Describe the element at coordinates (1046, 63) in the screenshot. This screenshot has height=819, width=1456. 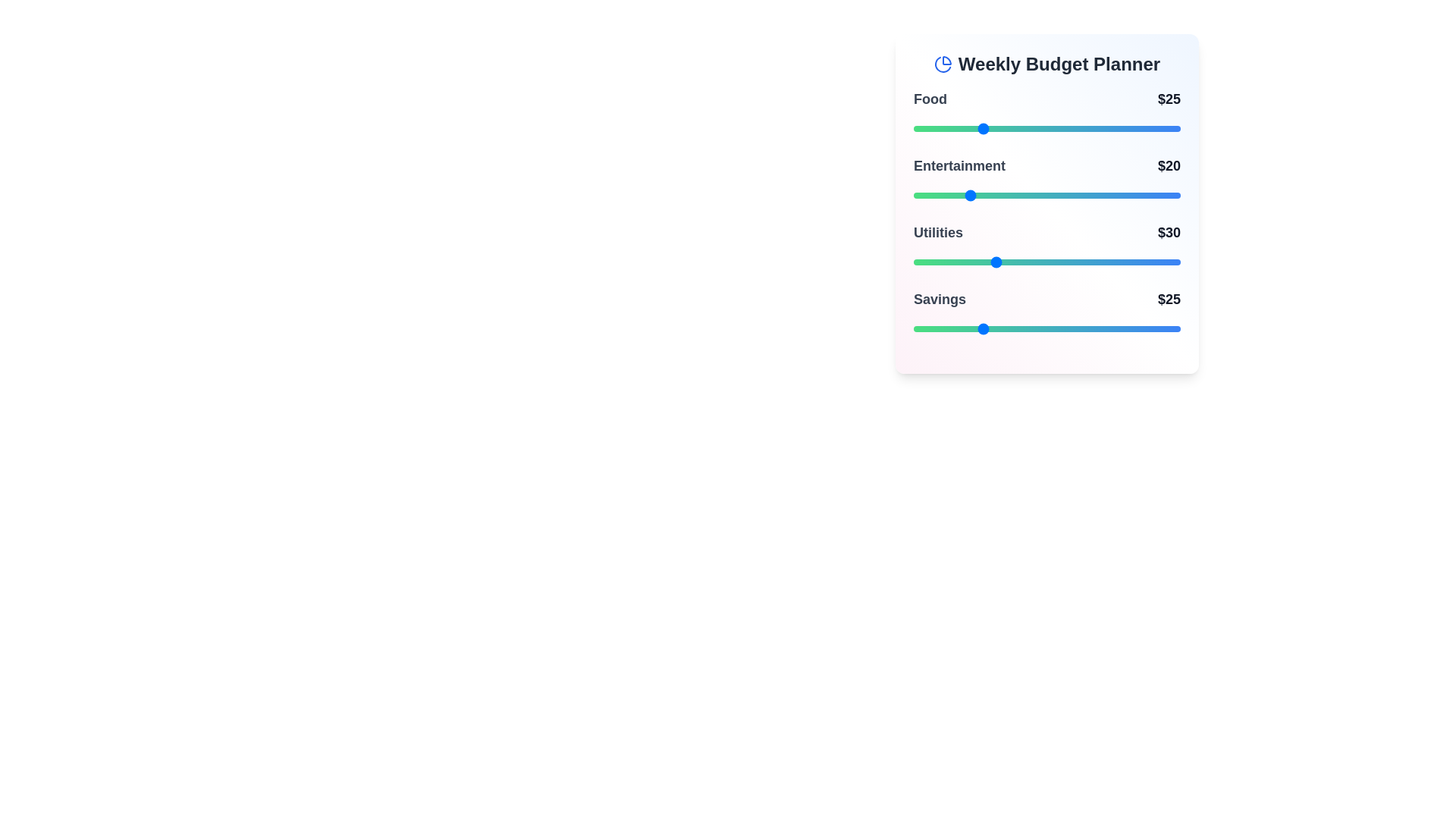
I see `the 'Weekly Budget Planner' title` at that location.